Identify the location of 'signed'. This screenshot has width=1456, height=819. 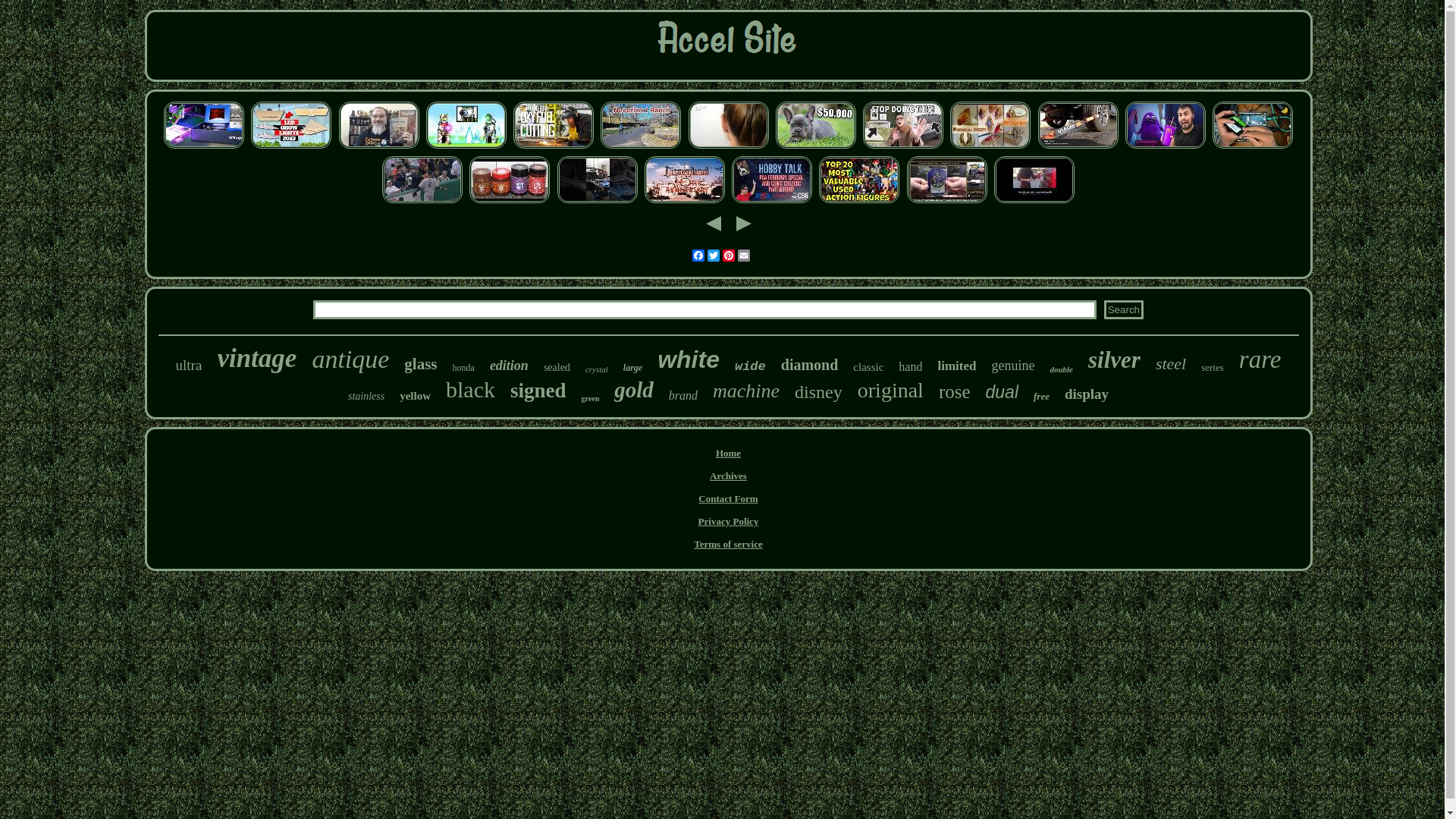
(538, 390).